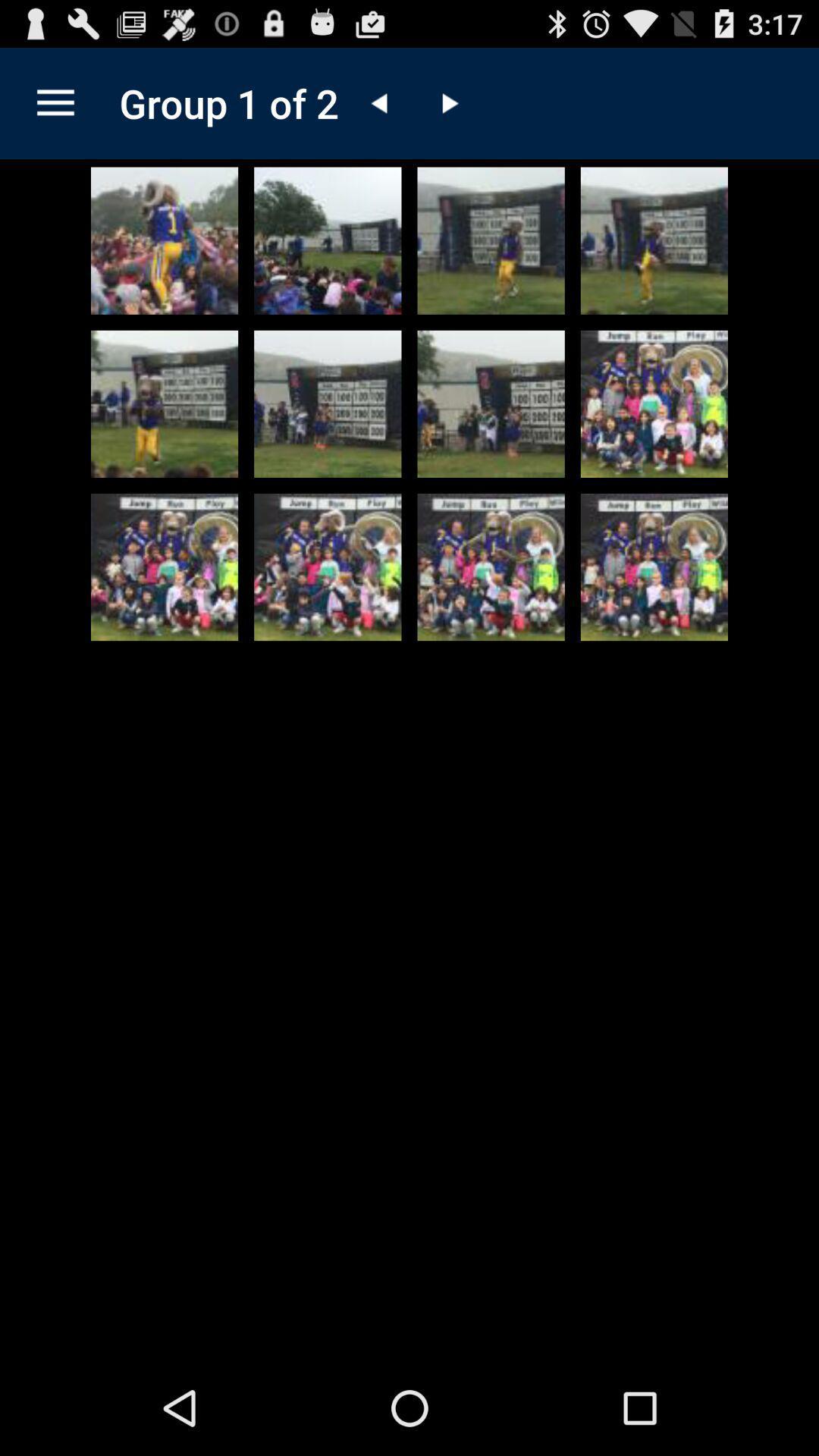  Describe the element at coordinates (327, 240) in the screenshot. I see `this photo` at that location.